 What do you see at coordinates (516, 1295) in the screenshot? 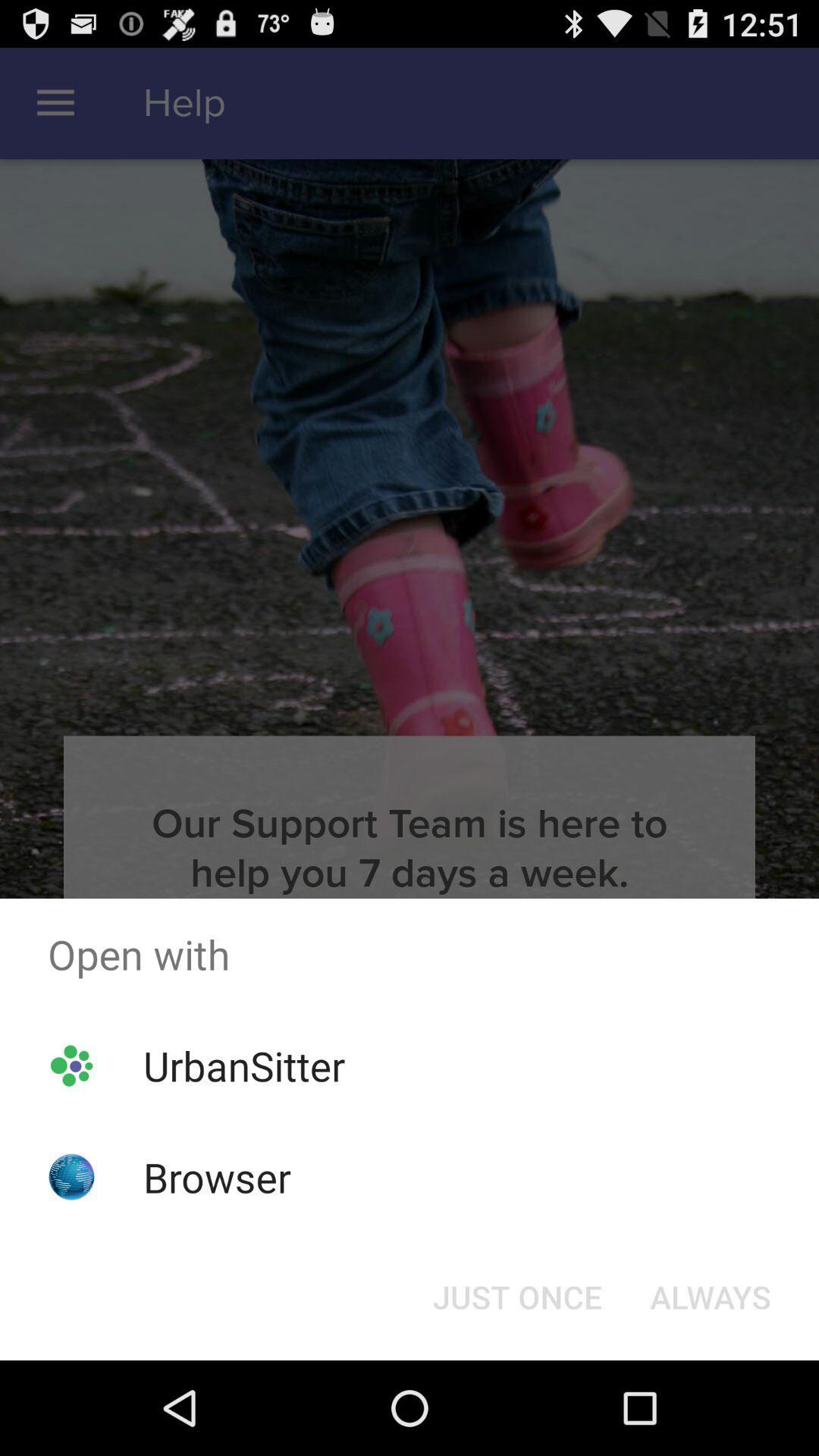
I see `icon to the left of always icon` at bounding box center [516, 1295].